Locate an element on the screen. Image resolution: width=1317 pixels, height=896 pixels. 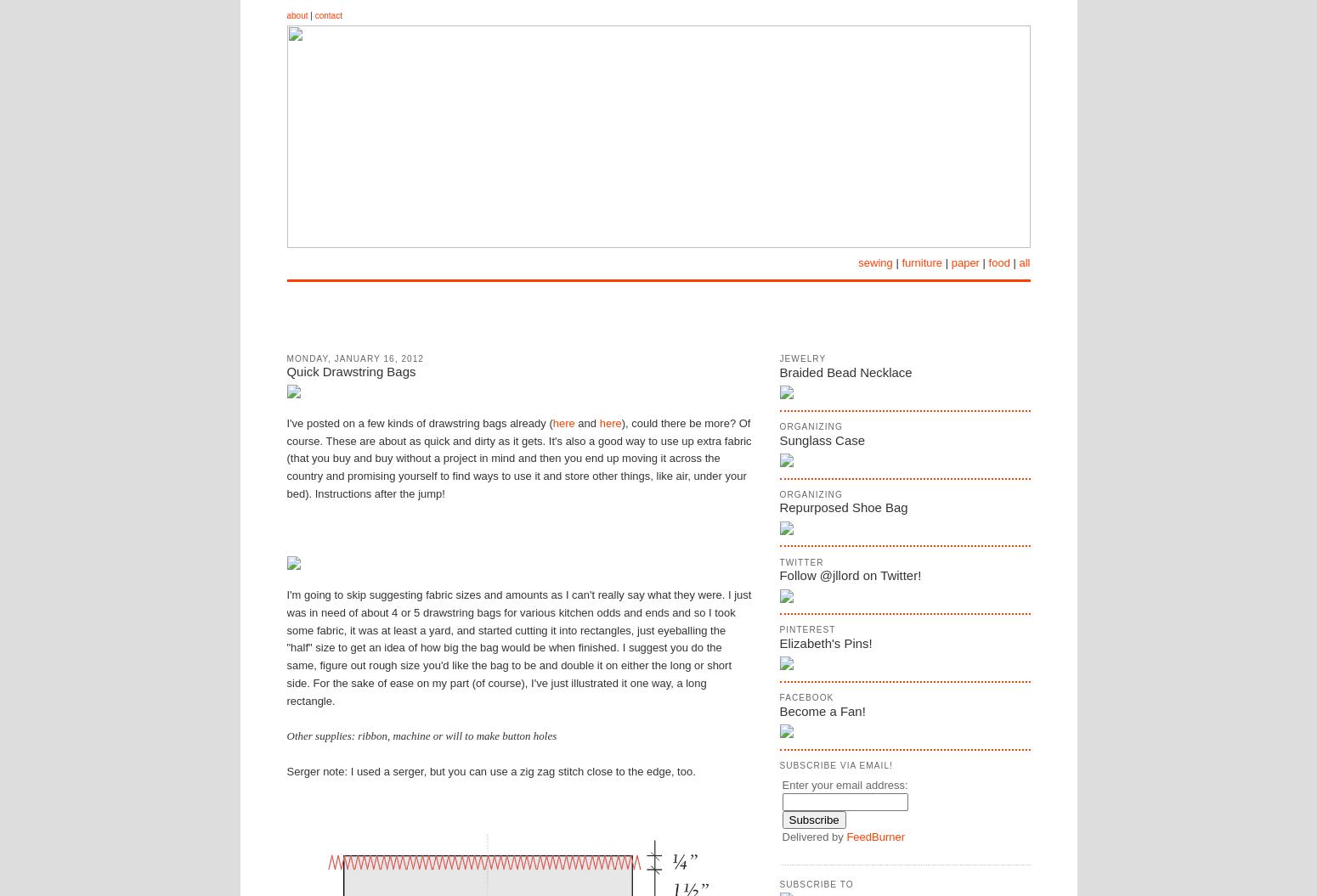
'Subscribe To' is located at coordinates (815, 882).